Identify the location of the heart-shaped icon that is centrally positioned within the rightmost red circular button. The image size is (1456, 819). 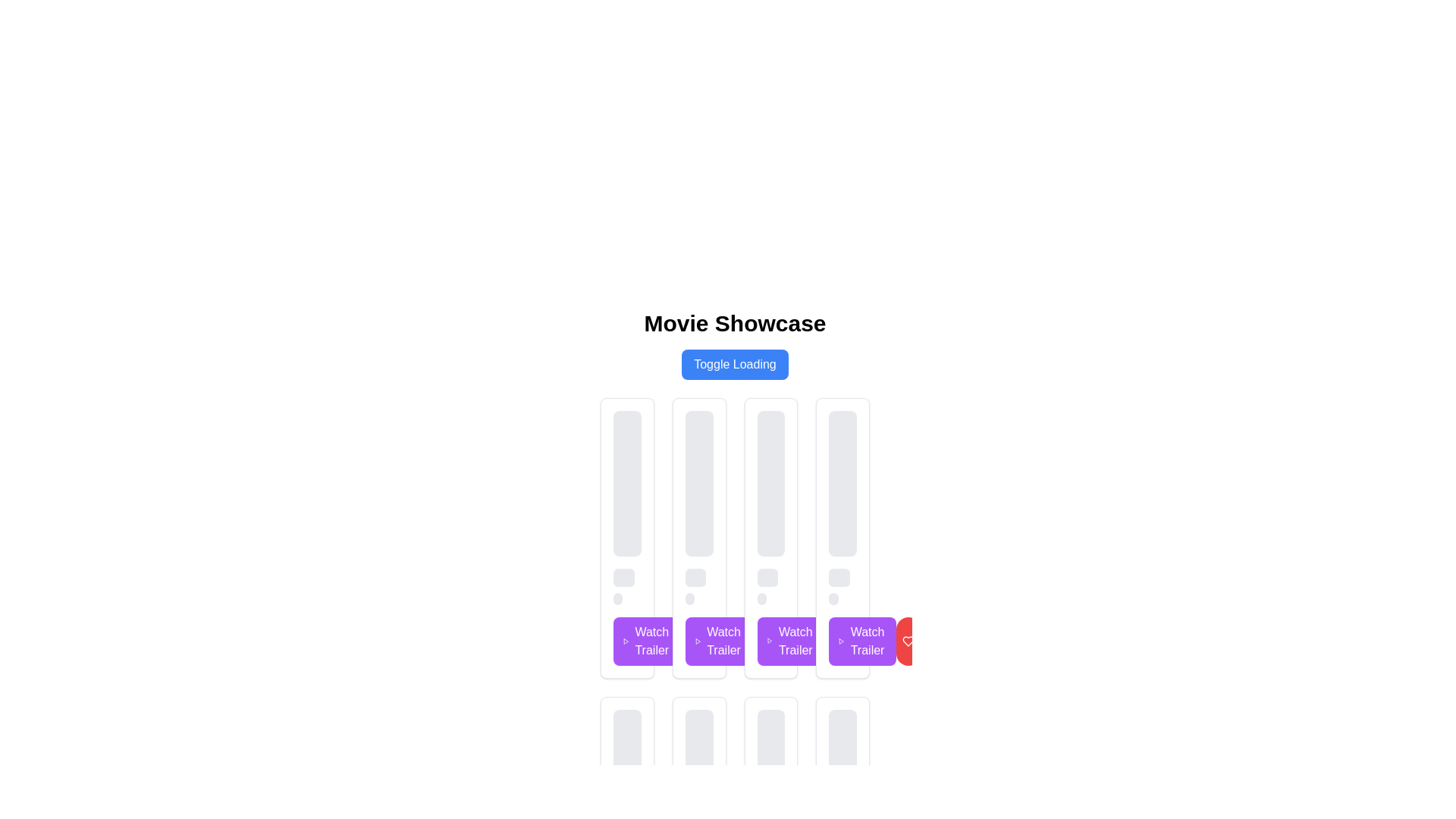
(908, 641).